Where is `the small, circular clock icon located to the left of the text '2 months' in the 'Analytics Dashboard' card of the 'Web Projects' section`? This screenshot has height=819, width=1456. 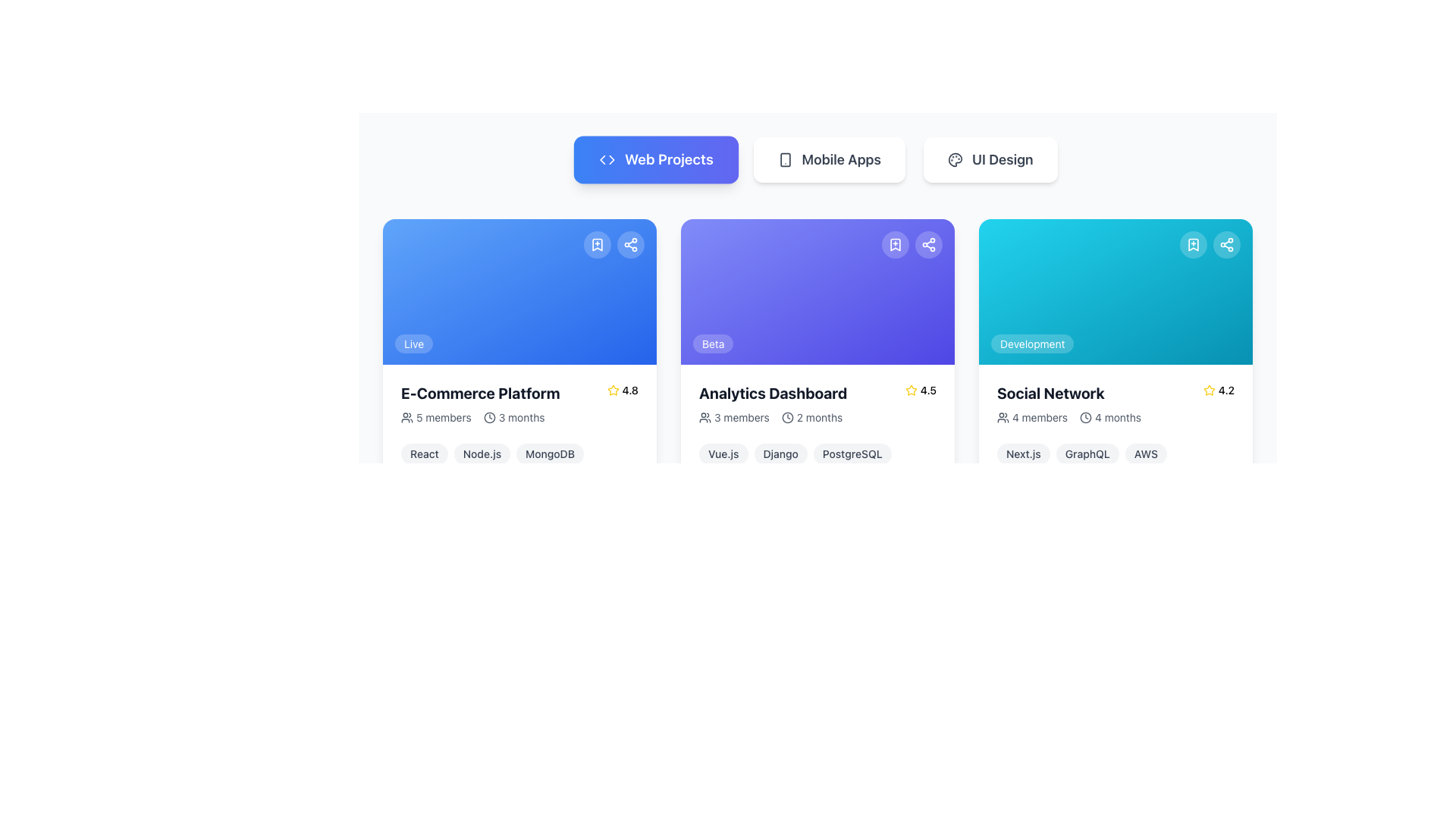
the small, circular clock icon located to the left of the text '2 months' in the 'Analytics Dashboard' card of the 'Web Projects' section is located at coordinates (787, 418).